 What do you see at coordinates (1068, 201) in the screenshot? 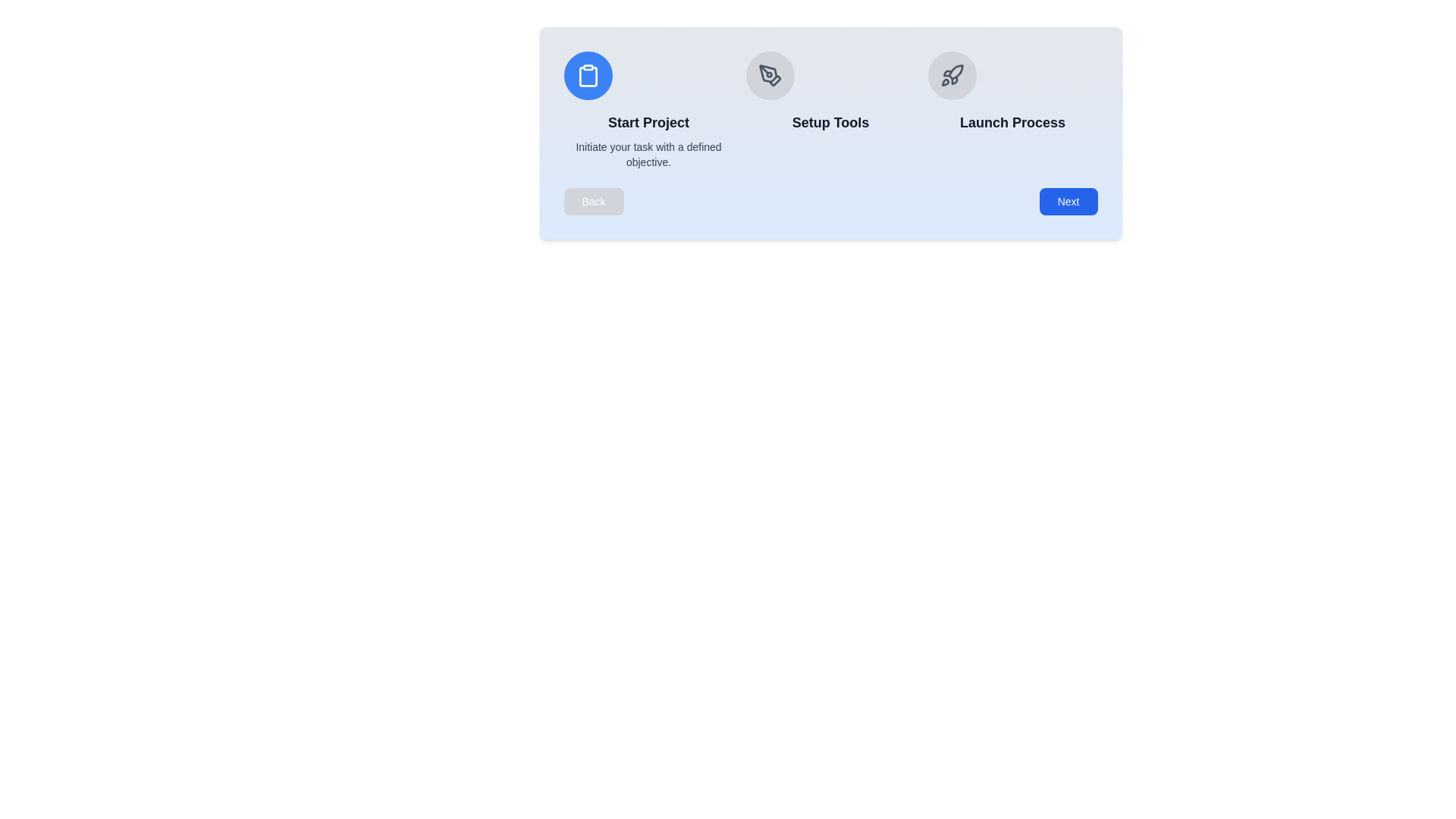
I see `the button Next to observe its hover effect` at bounding box center [1068, 201].